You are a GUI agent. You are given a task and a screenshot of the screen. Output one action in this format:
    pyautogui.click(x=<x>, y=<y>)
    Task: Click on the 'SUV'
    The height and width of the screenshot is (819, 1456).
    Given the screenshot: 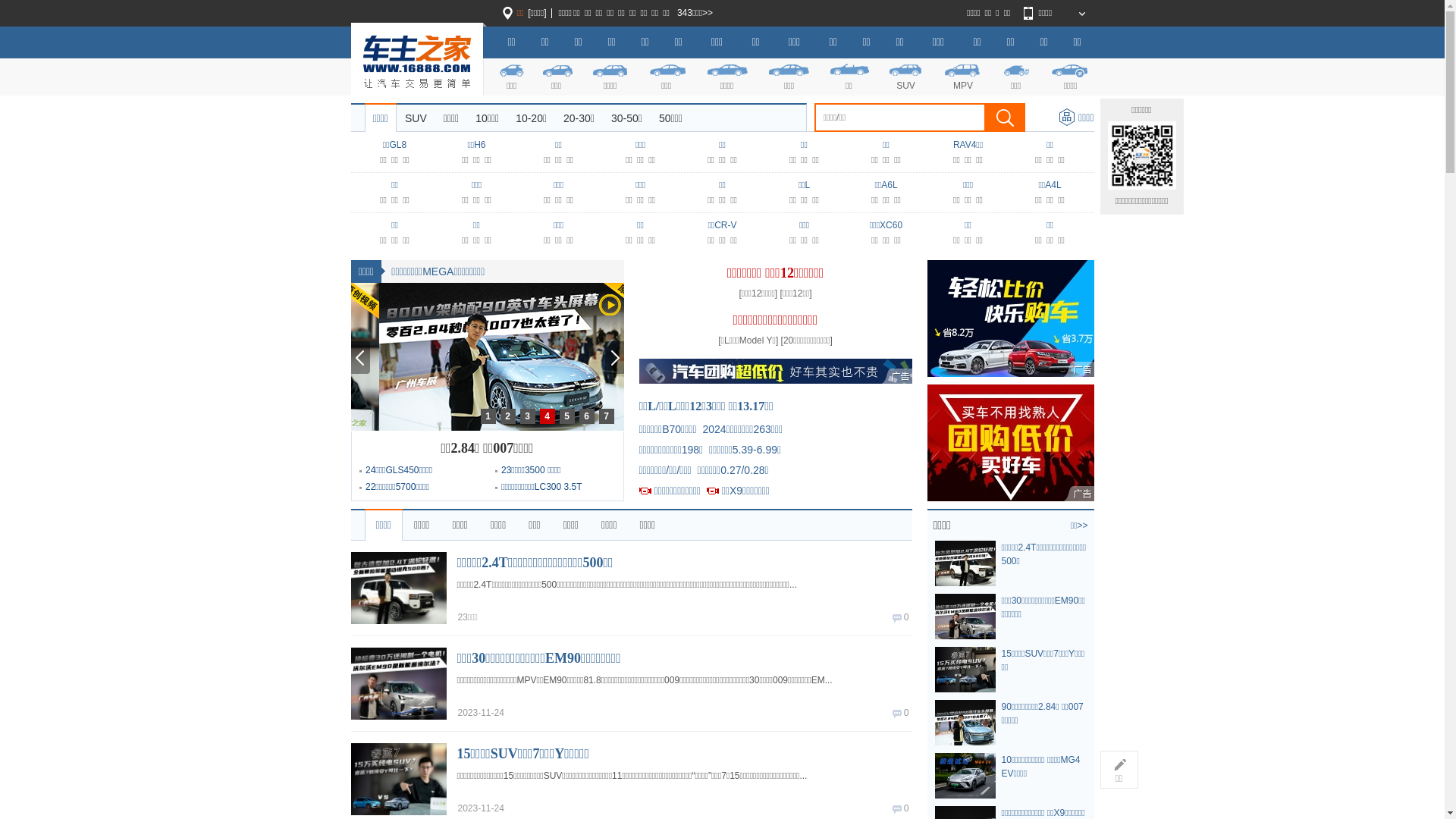 What is the action you would take?
    pyautogui.click(x=884, y=75)
    